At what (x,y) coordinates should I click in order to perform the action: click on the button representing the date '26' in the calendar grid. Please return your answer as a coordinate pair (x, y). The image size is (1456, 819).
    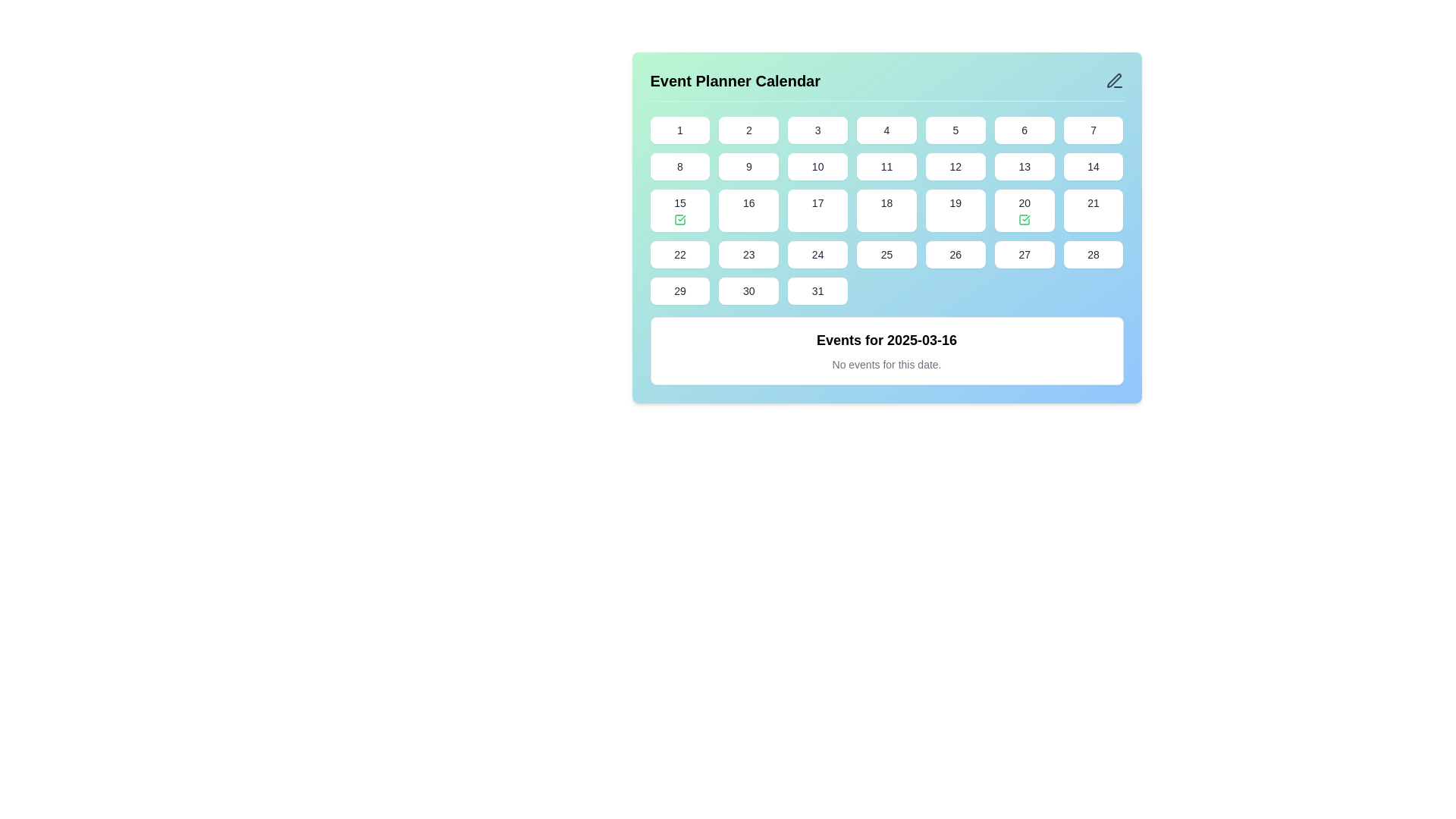
    Looking at the image, I should click on (954, 253).